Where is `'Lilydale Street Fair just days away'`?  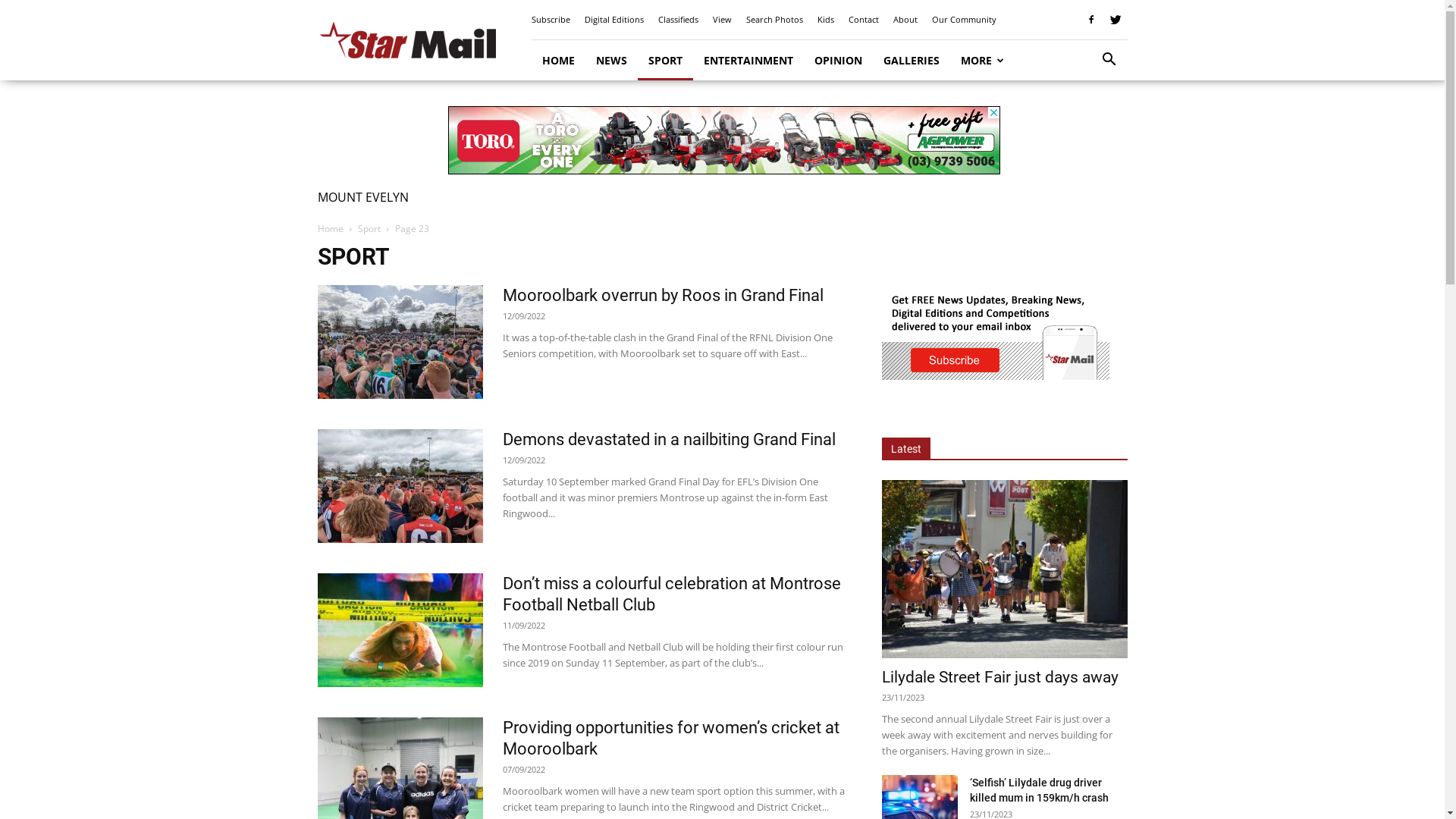 'Lilydale Street Fair just days away' is located at coordinates (999, 676).